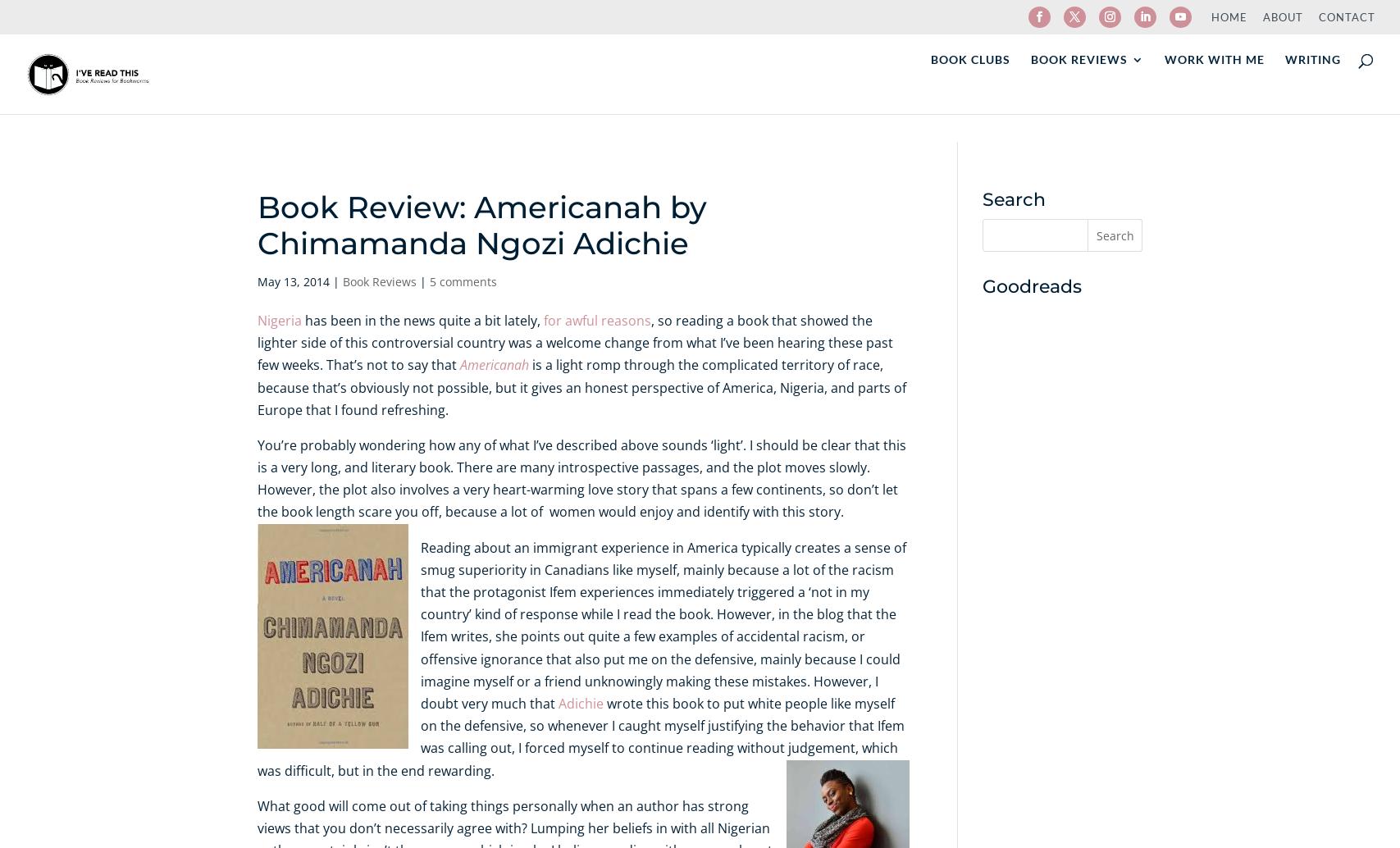 This screenshot has width=1400, height=848. Describe the element at coordinates (662, 624) in the screenshot. I see `'Reading about an immigrant experience in America typically creates a sense of smug superiority in Canadians like myself, mainly because a lot of the racism that the protagonist Ifem experiences immediately triggered a ‘not in my country’ kind of response while I read the book. However, in the blog that the Ifem writes, she points out quite a few examples of accidental racism, or offensive ignorance that also put me on the defensive, mainly because I could imagine myself or a friend unknowingly making these mistakes. However, I doubt very much that'` at that location.